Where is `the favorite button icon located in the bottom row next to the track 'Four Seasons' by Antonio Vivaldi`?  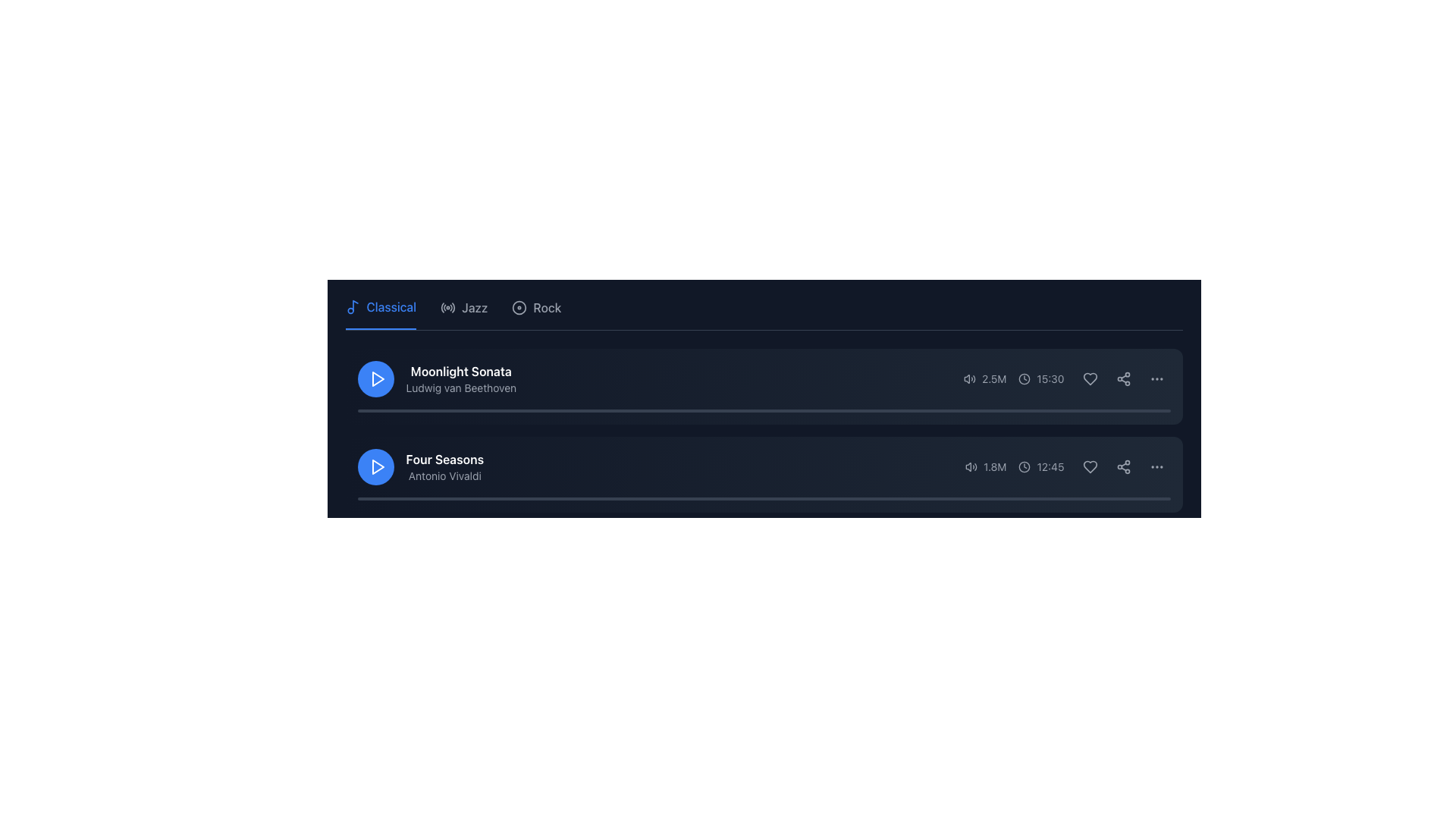 the favorite button icon located in the bottom row next to the track 'Four Seasons' by Antonio Vivaldi is located at coordinates (1089, 466).